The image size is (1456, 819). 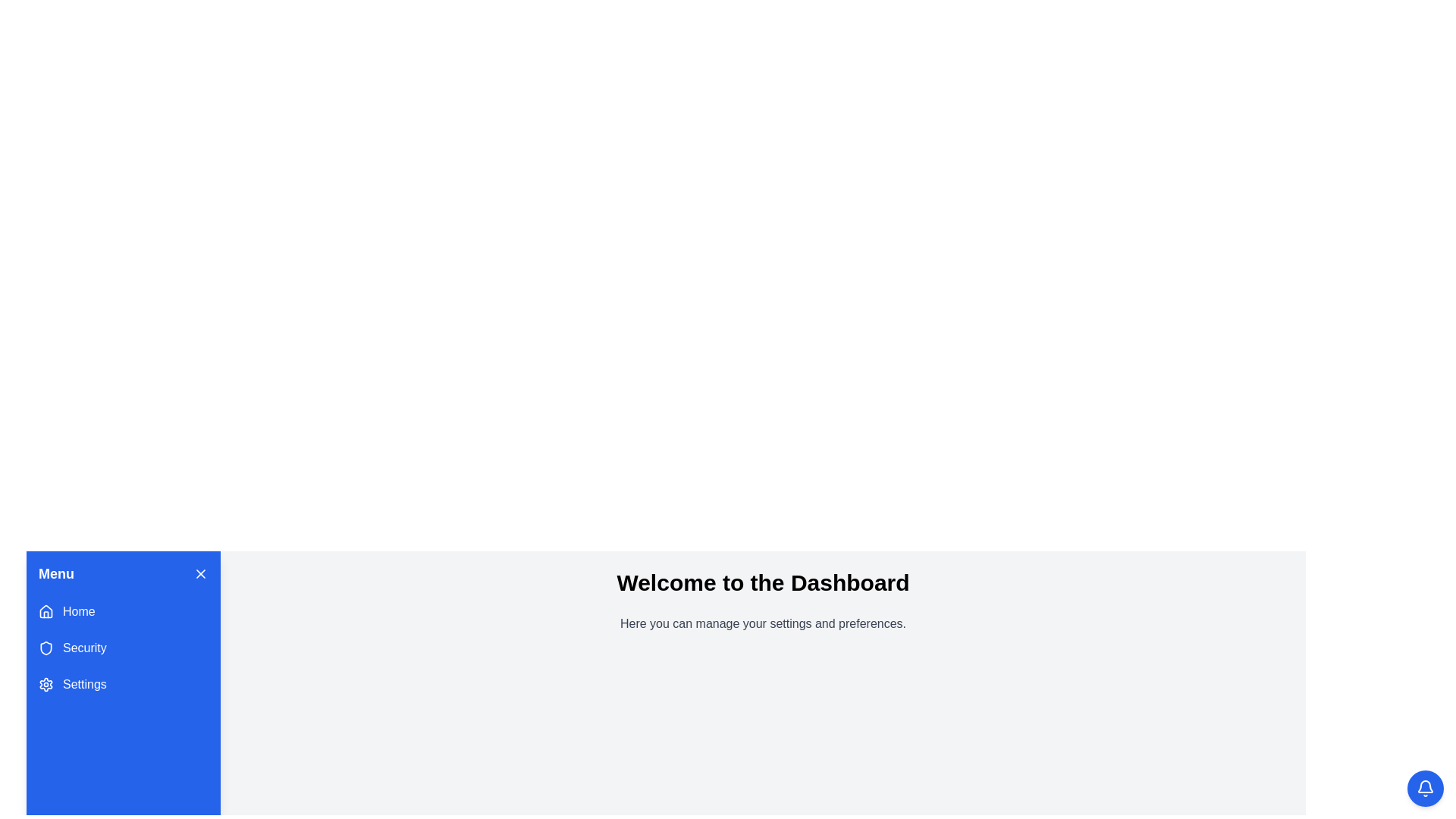 What do you see at coordinates (199, 573) in the screenshot?
I see `the close or dismiss button located` at bounding box center [199, 573].